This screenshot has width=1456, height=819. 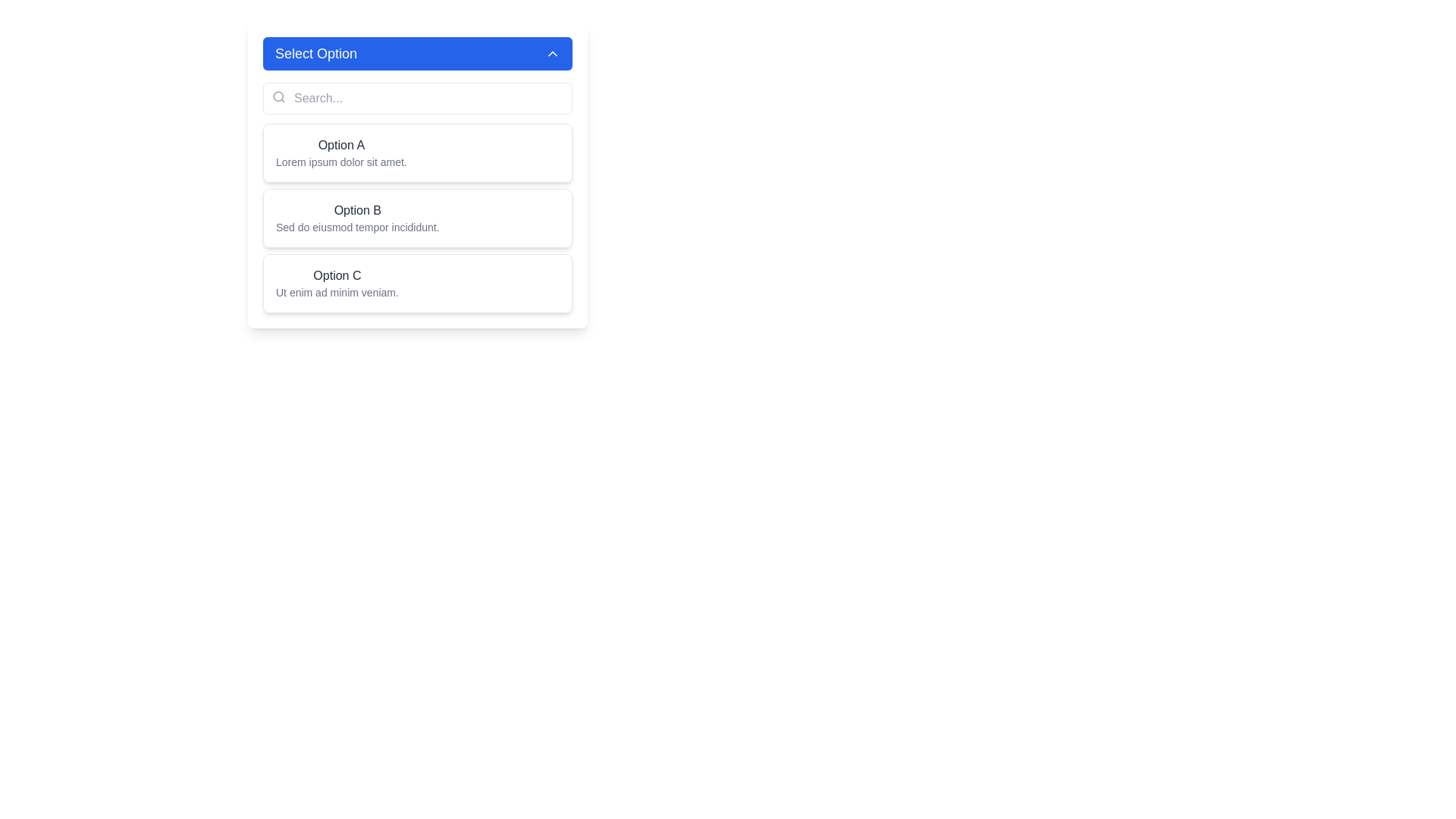 I want to click on descriptive text label for 'Option B' located in the second position of the selection list, which provides information to help users identify and select this option, so click(x=356, y=218).